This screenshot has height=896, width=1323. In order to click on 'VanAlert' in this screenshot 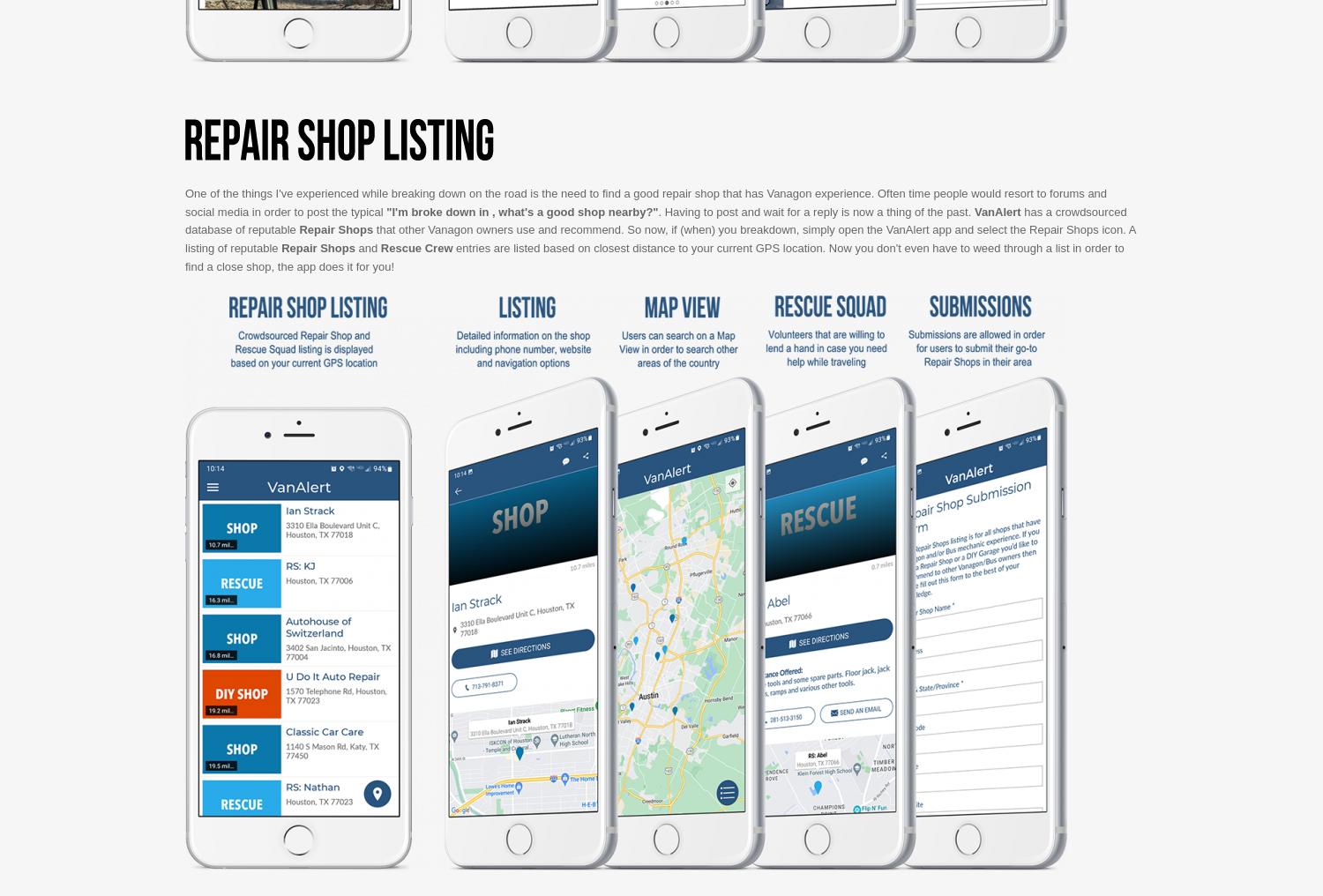, I will do `click(997, 211)`.